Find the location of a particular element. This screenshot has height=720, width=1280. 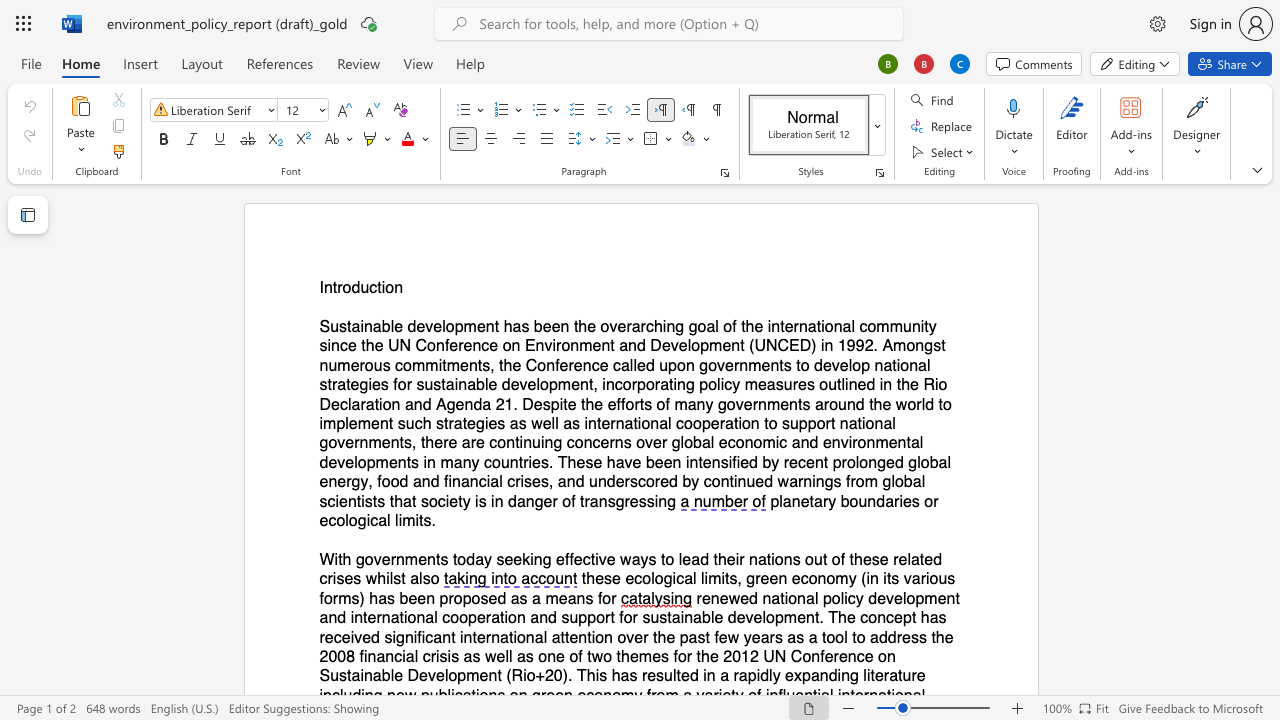

the 1th character "u" in the text is located at coordinates (364, 288).